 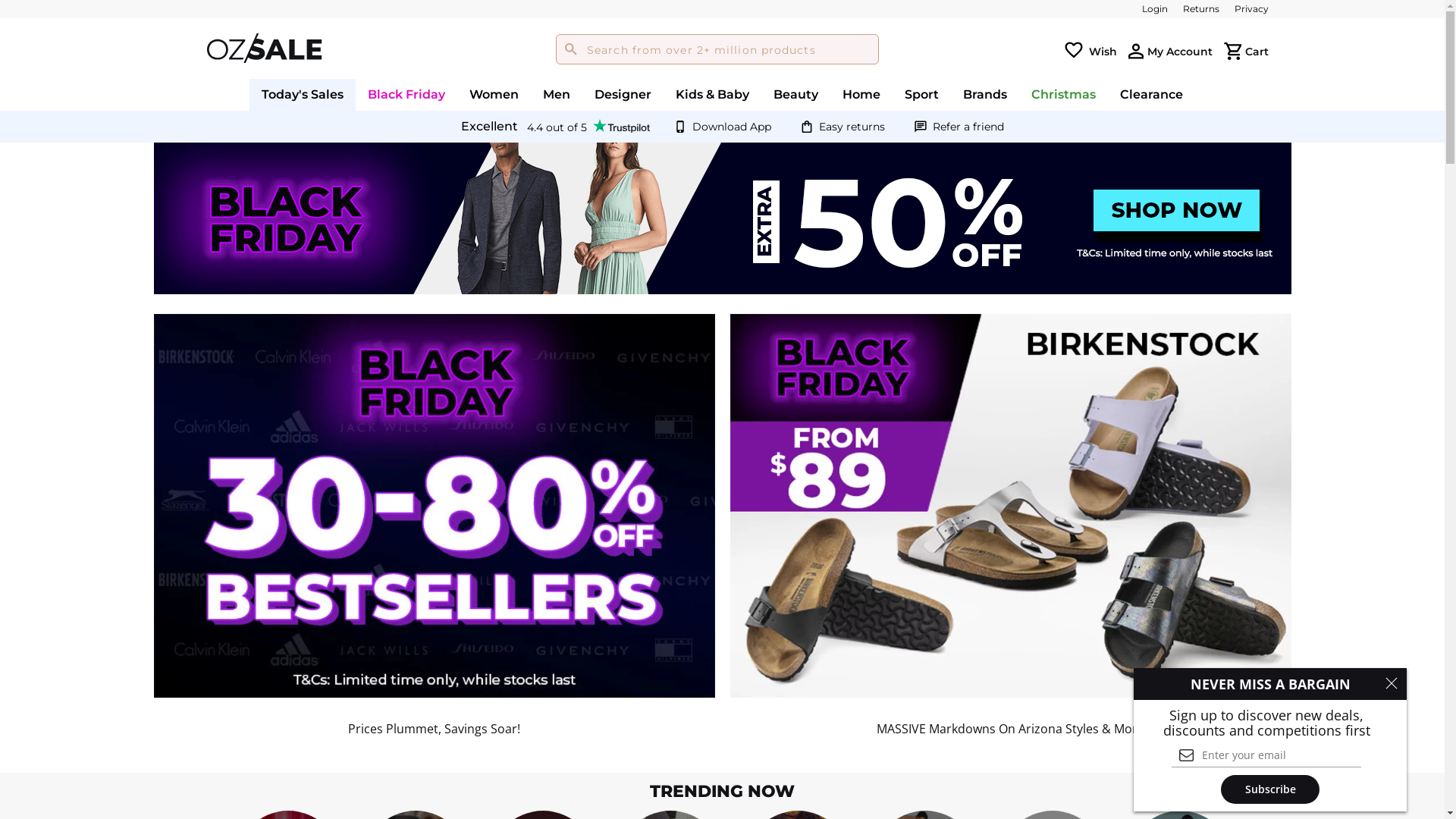 I want to click on 'Cart', so click(x=1257, y=49).